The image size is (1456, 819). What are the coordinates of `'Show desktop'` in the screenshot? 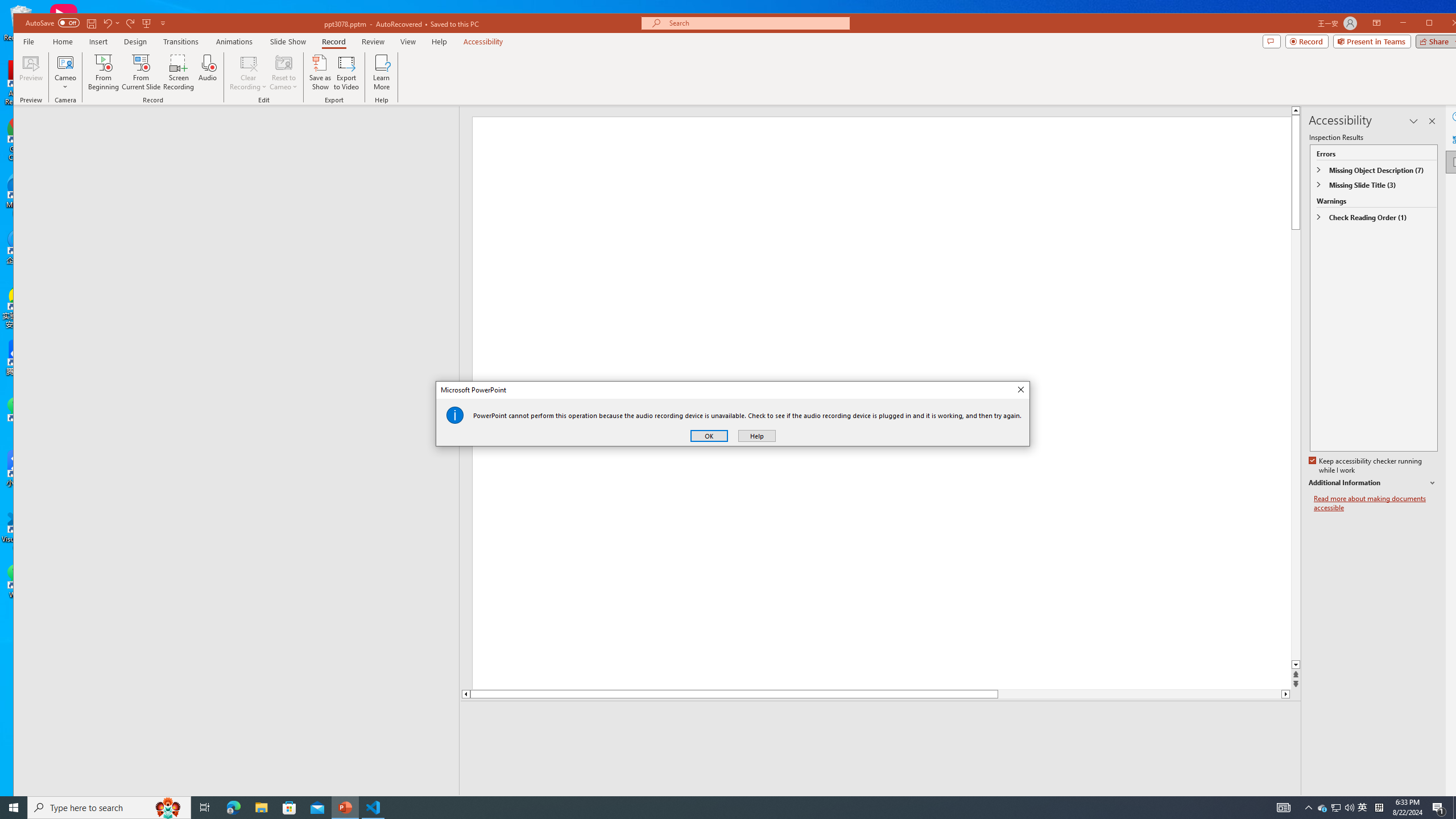 It's located at (1454, 806).